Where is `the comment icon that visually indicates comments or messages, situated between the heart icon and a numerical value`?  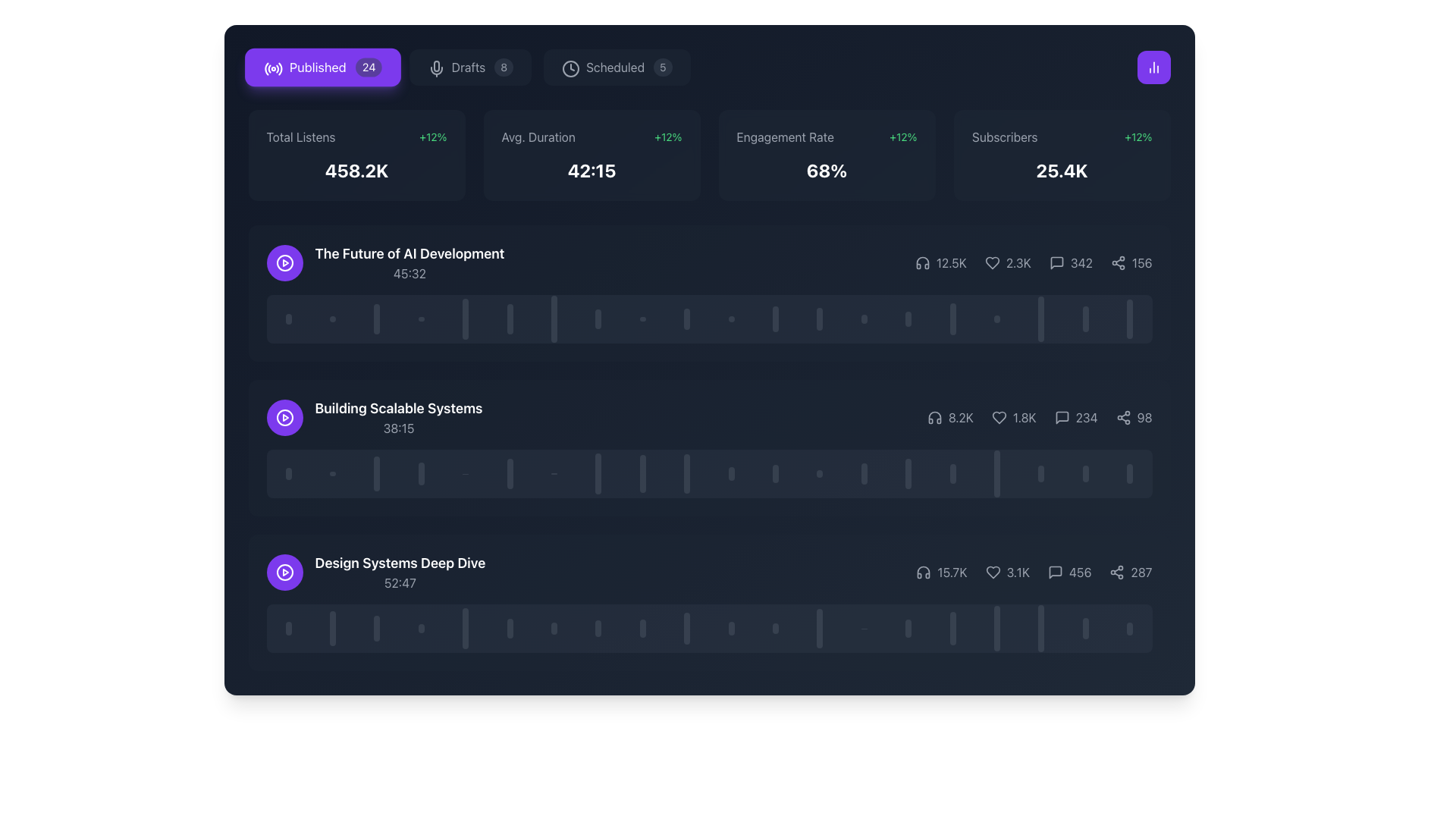 the comment icon that visually indicates comments or messages, situated between the heart icon and a numerical value is located at coordinates (1056, 262).